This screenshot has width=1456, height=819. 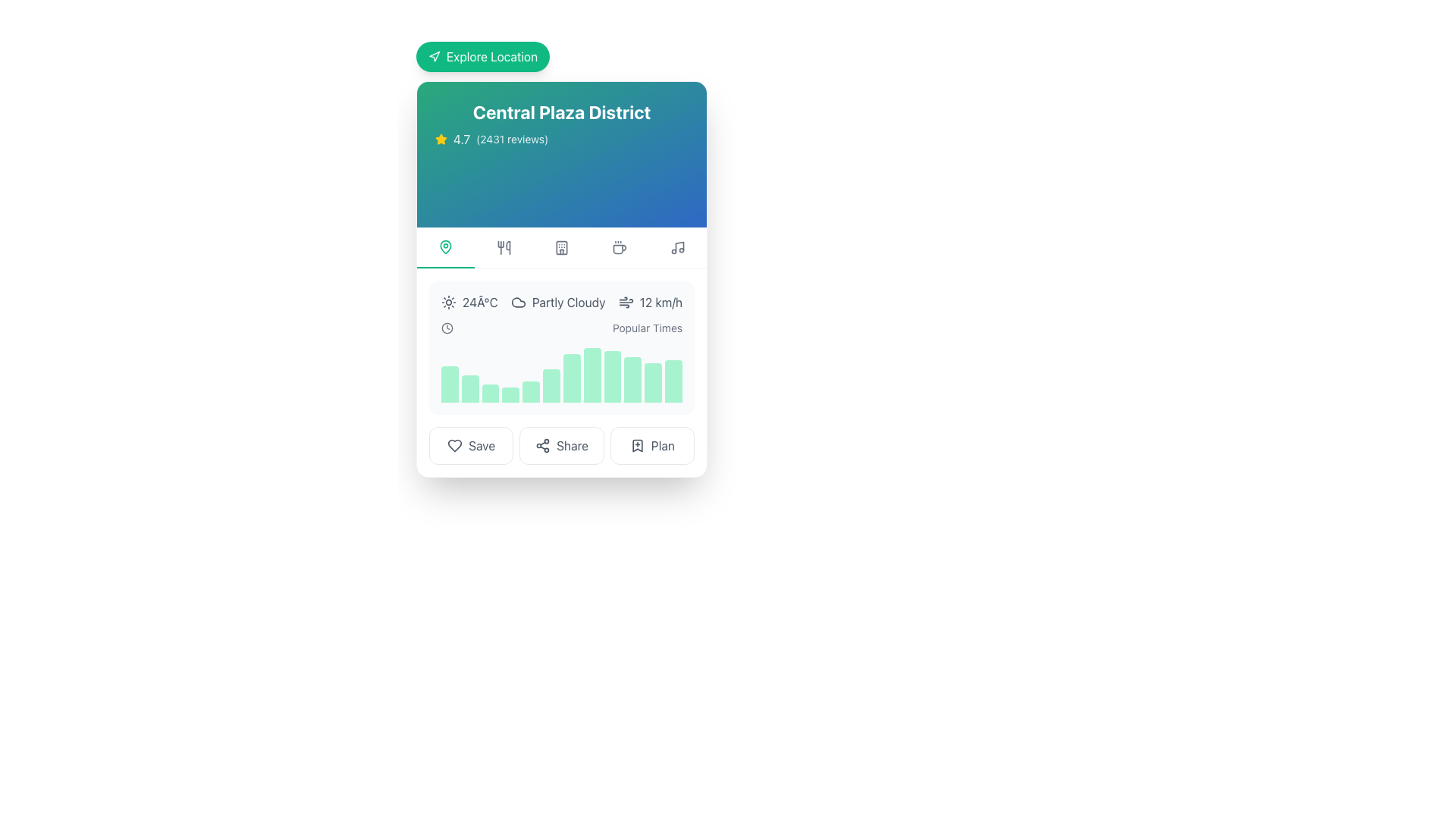 I want to click on the leftmost pin-shaped icon representing a location marker, which is located in a horizontal row of icons below the title of a location card, so click(x=445, y=245).